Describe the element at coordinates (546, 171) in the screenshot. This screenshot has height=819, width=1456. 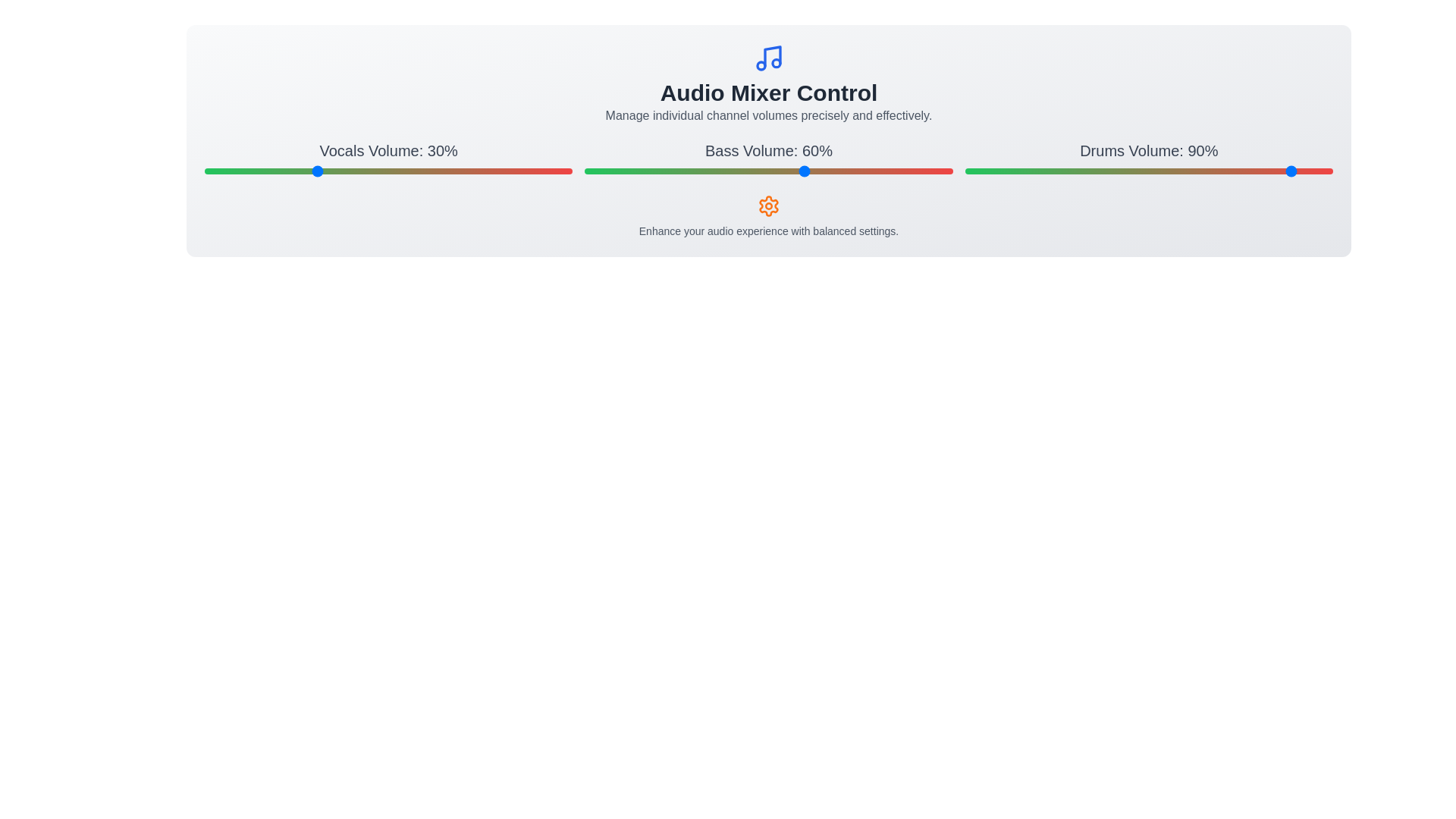
I see `the 'Vocals' volume slider to 93%` at that location.